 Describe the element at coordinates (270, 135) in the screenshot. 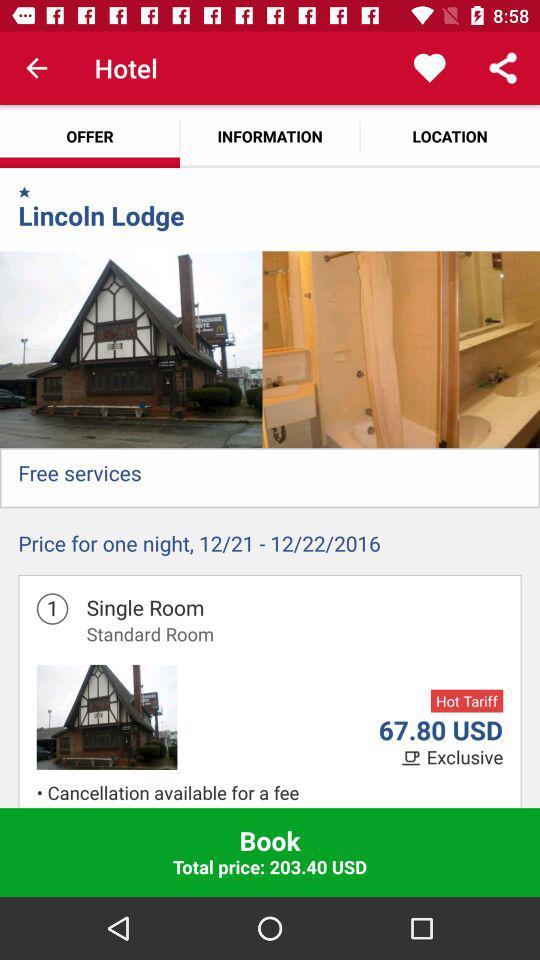

I see `the information item` at that location.